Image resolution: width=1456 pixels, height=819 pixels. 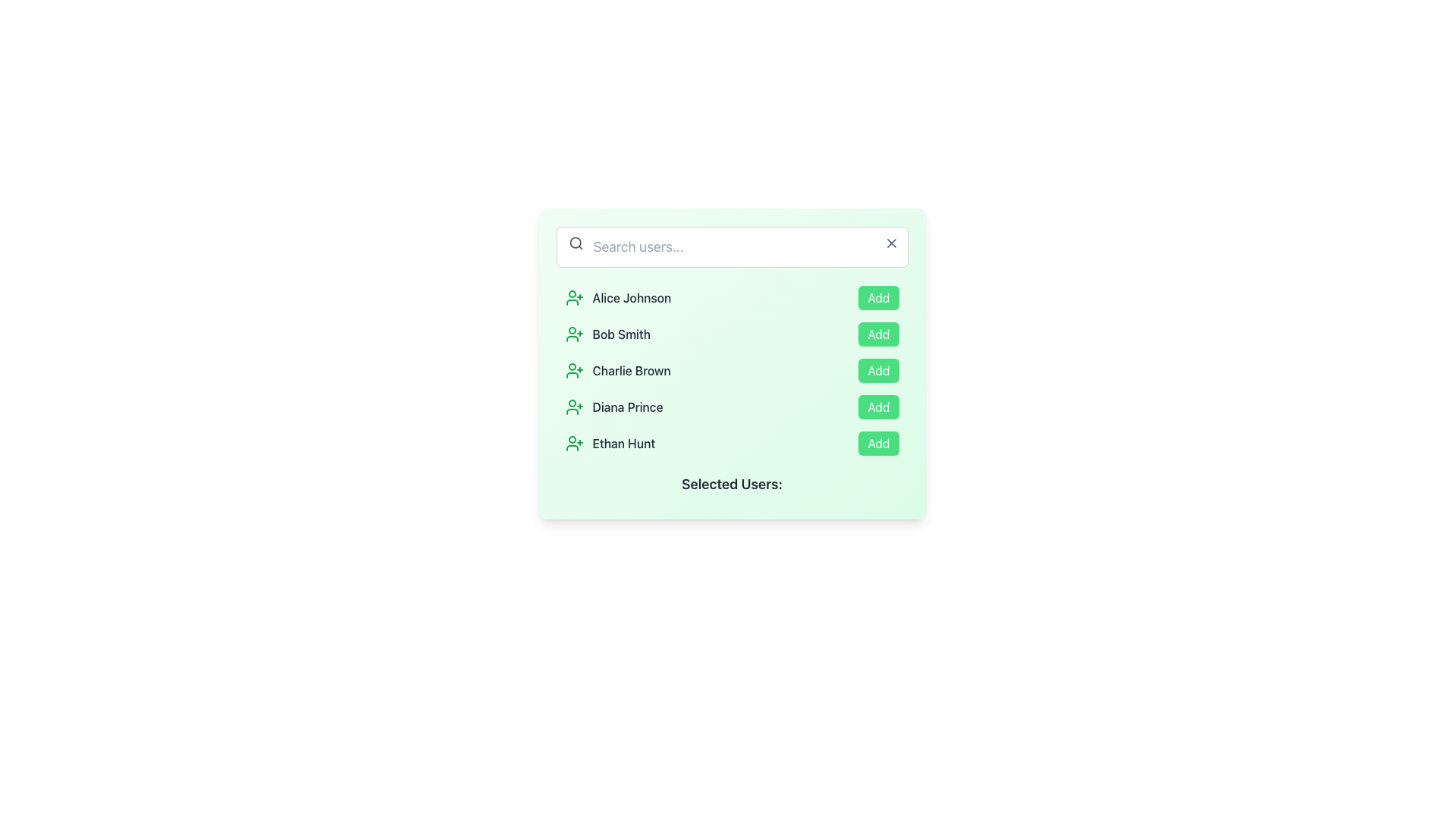 What do you see at coordinates (618, 298) in the screenshot?
I see `on the text label displaying the user's name 'Alice Johnson'` at bounding box center [618, 298].